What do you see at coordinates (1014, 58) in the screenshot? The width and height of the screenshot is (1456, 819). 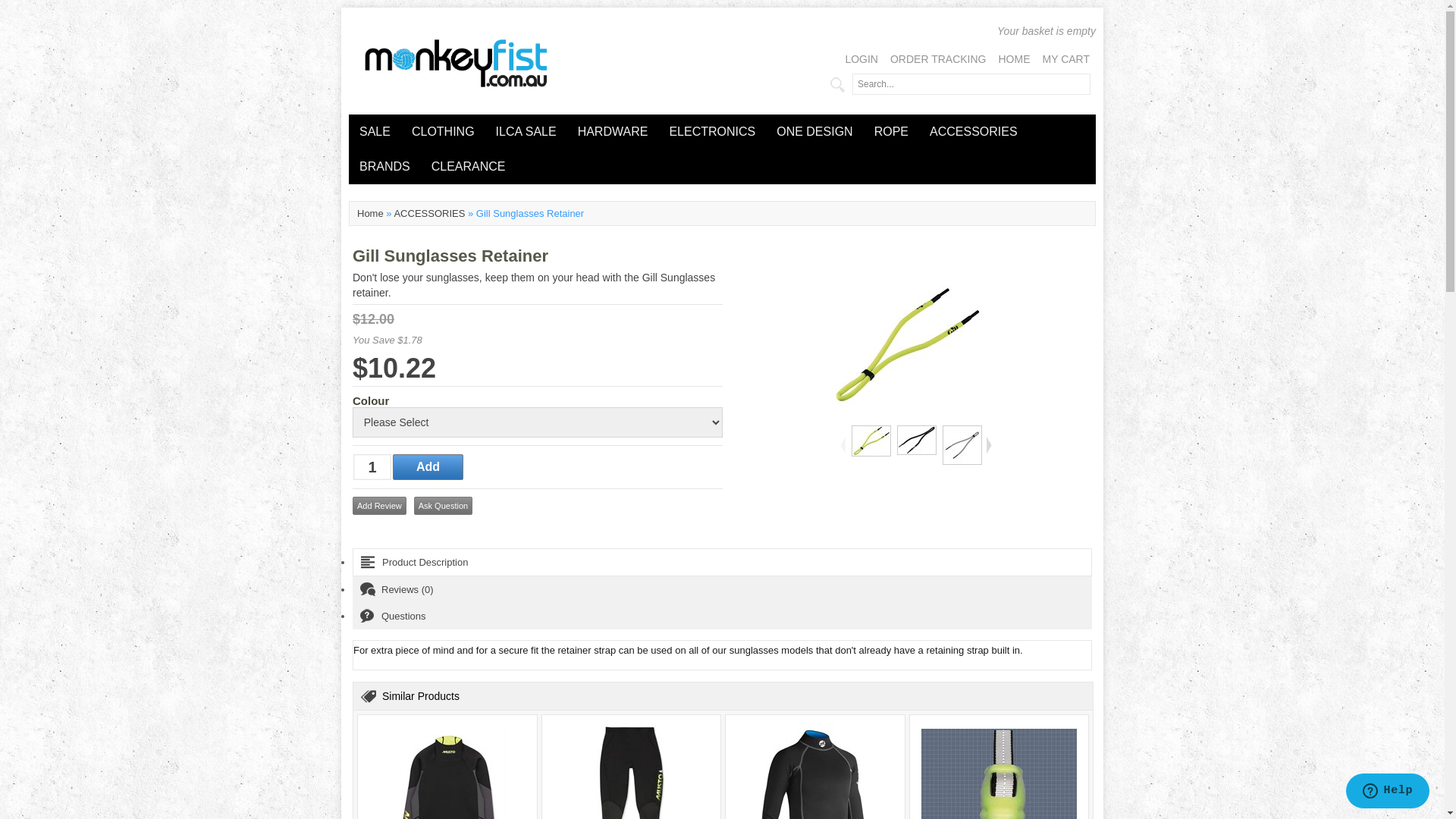 I see `'HOME'` at bounding box center [1014, 58].